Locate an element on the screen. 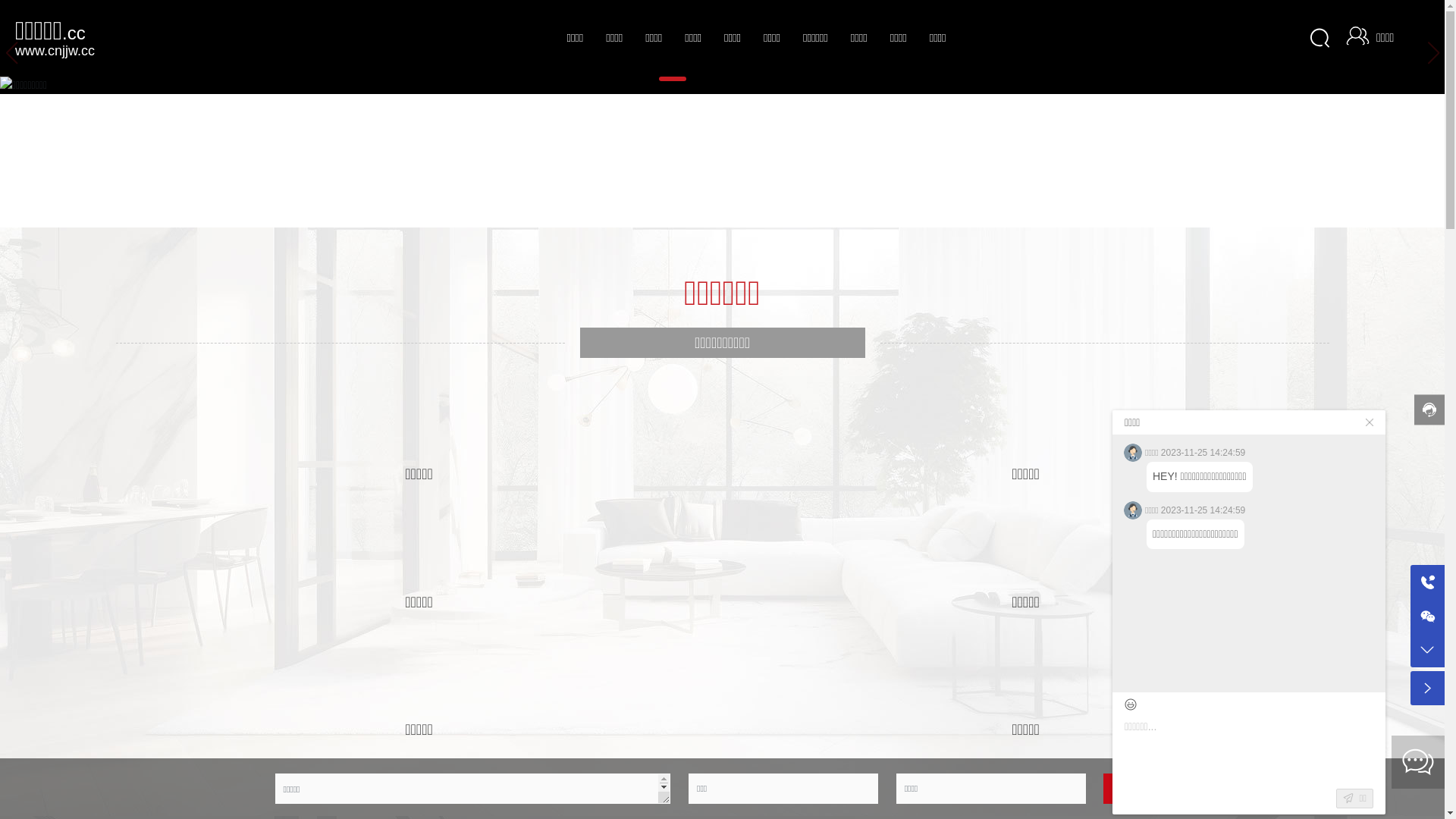  'www.cnjjw.cc' is located at coordinates (55, 49).